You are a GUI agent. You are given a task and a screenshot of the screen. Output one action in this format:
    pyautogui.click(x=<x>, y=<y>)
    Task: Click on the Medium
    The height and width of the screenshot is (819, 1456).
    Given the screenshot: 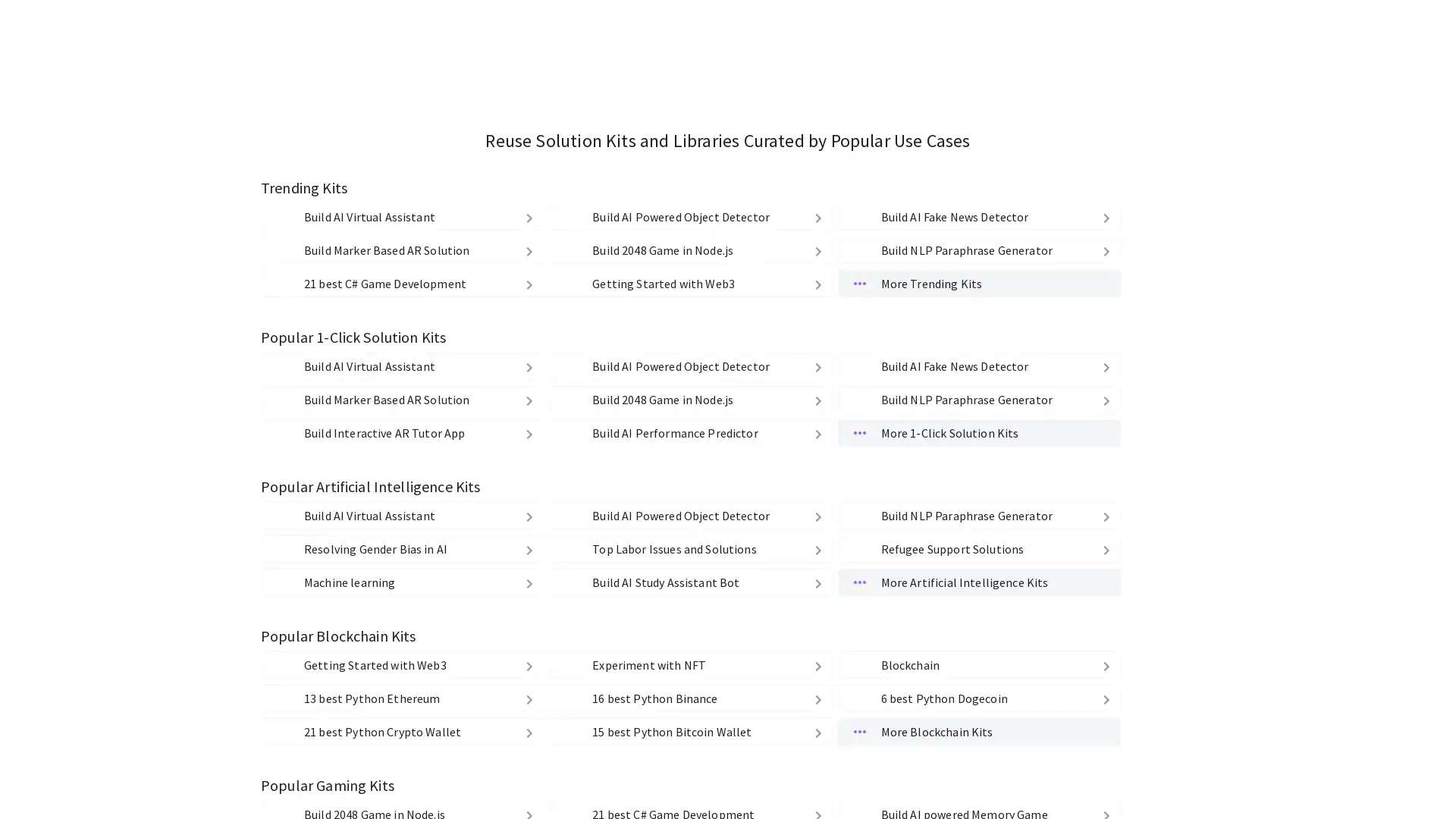 What is the action you would take?
    pyautogui.click(x=799, y=382)
    